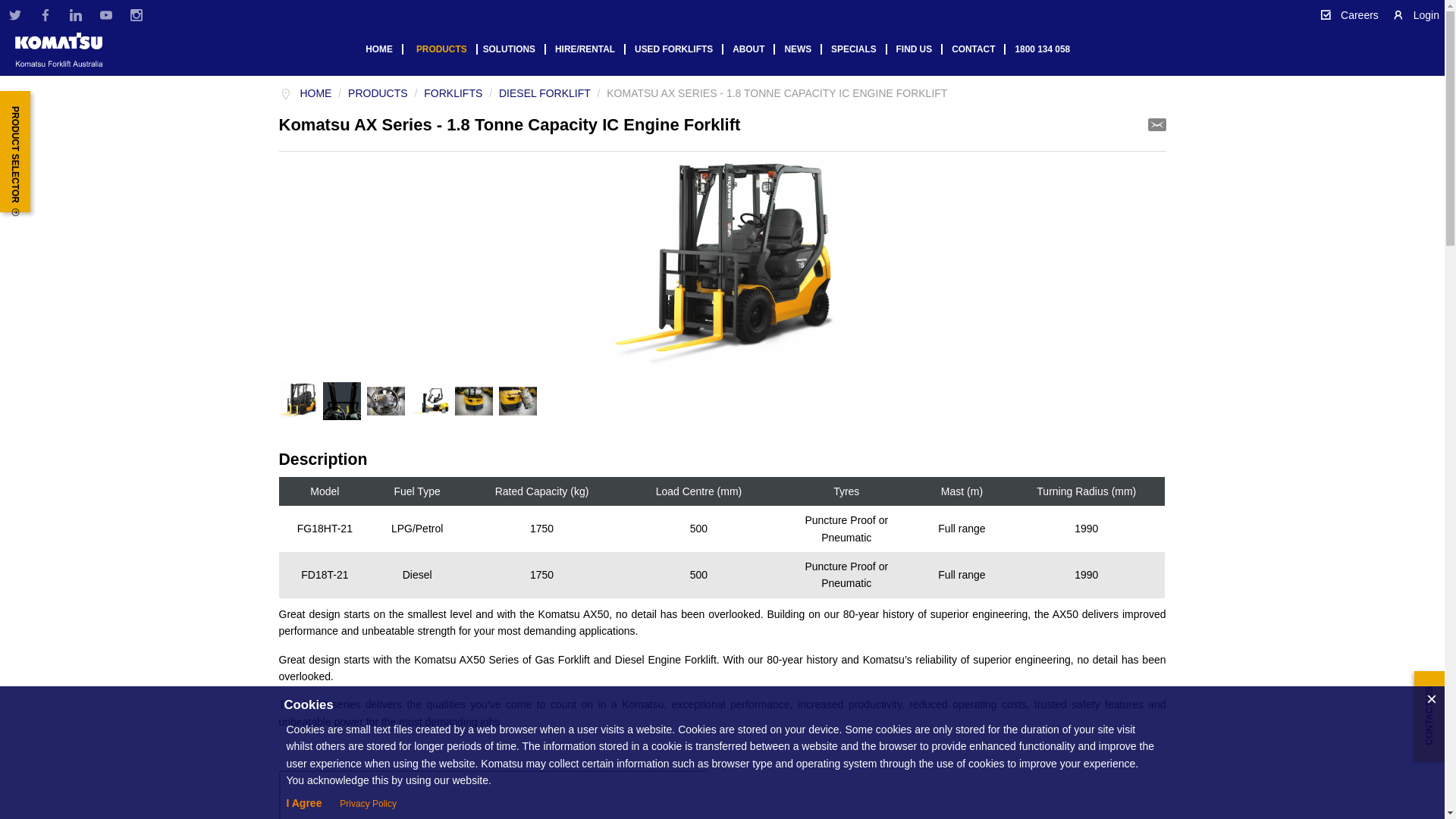 The height and width of the screenshot is (819, 1456). Describe the element at coordinates (589, 49) in the screenshot. I see `'HIRE/RENTAL'` at that location.